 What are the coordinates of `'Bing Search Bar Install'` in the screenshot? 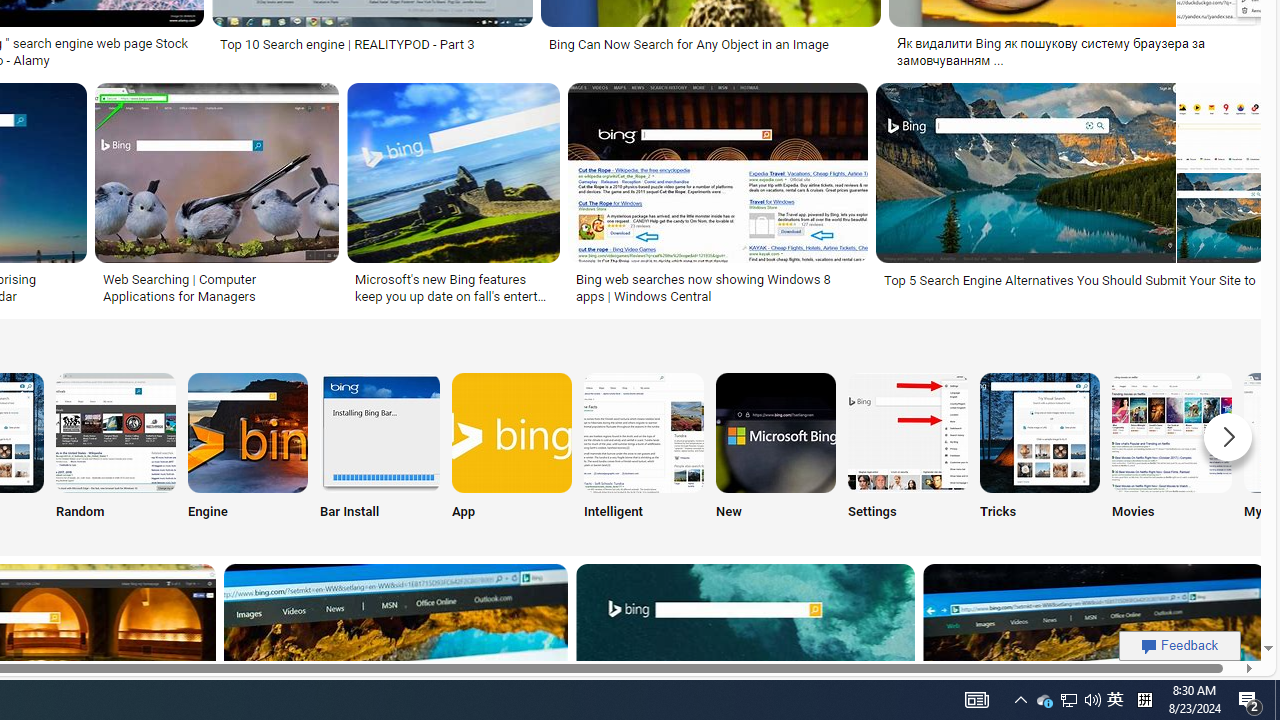 It's located at (380, 431).